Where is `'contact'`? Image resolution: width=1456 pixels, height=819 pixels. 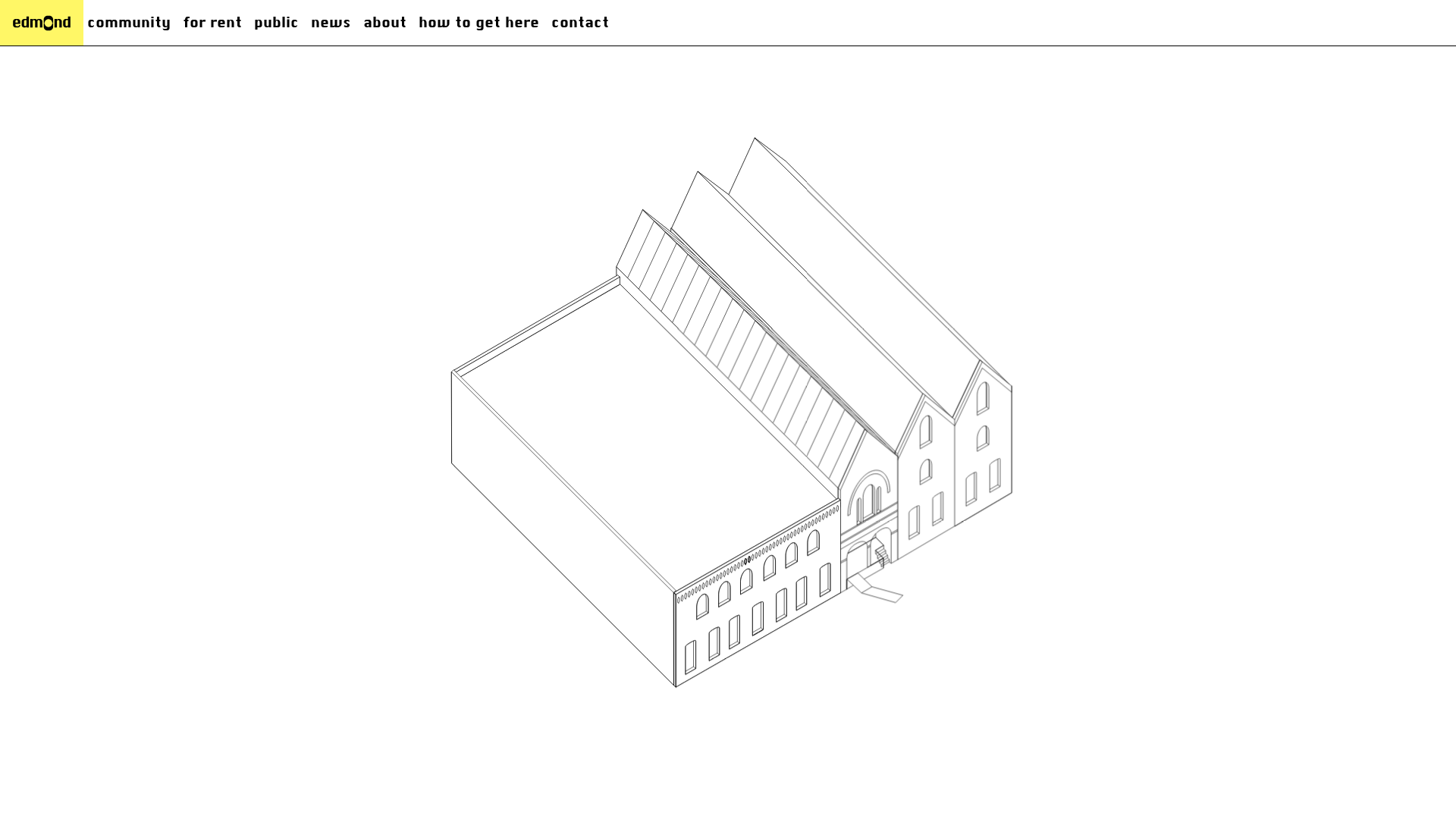
'contact' is located at coordinates (579, 23).